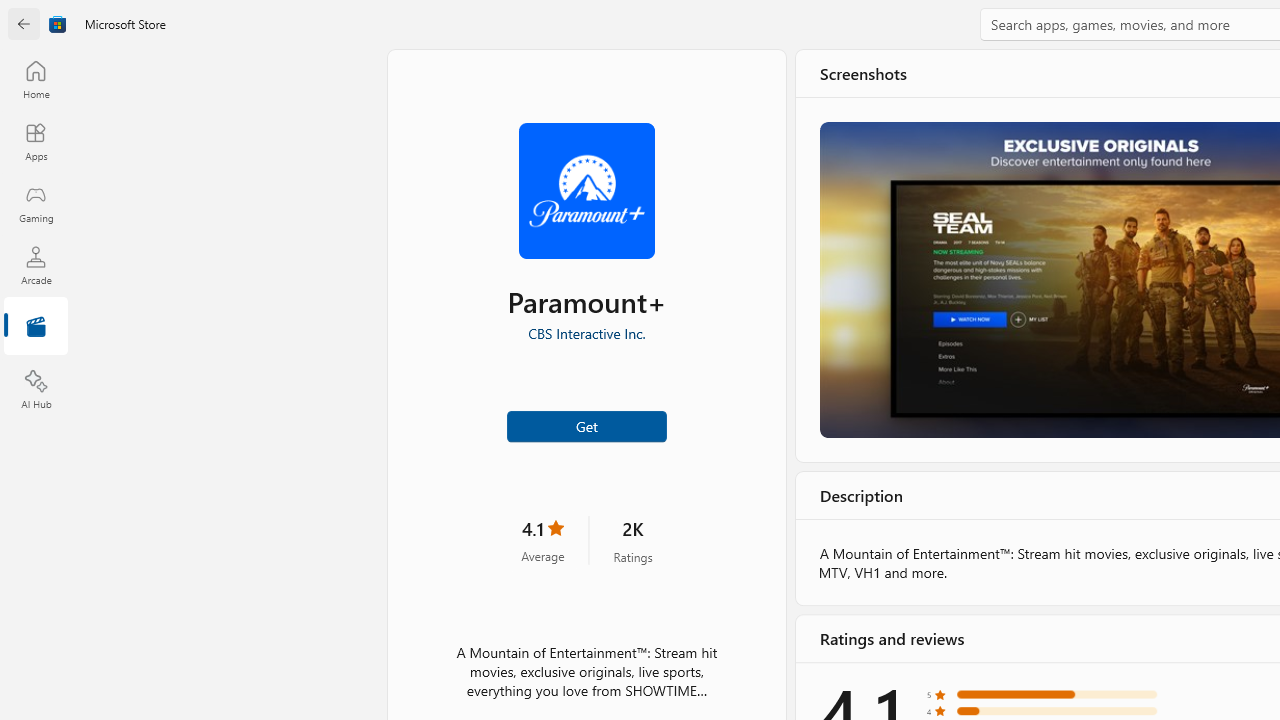  What do you see at coordinates (58, 24) in the screenshot?
I see `'Class: Image'` at bounding box center [58, 24].